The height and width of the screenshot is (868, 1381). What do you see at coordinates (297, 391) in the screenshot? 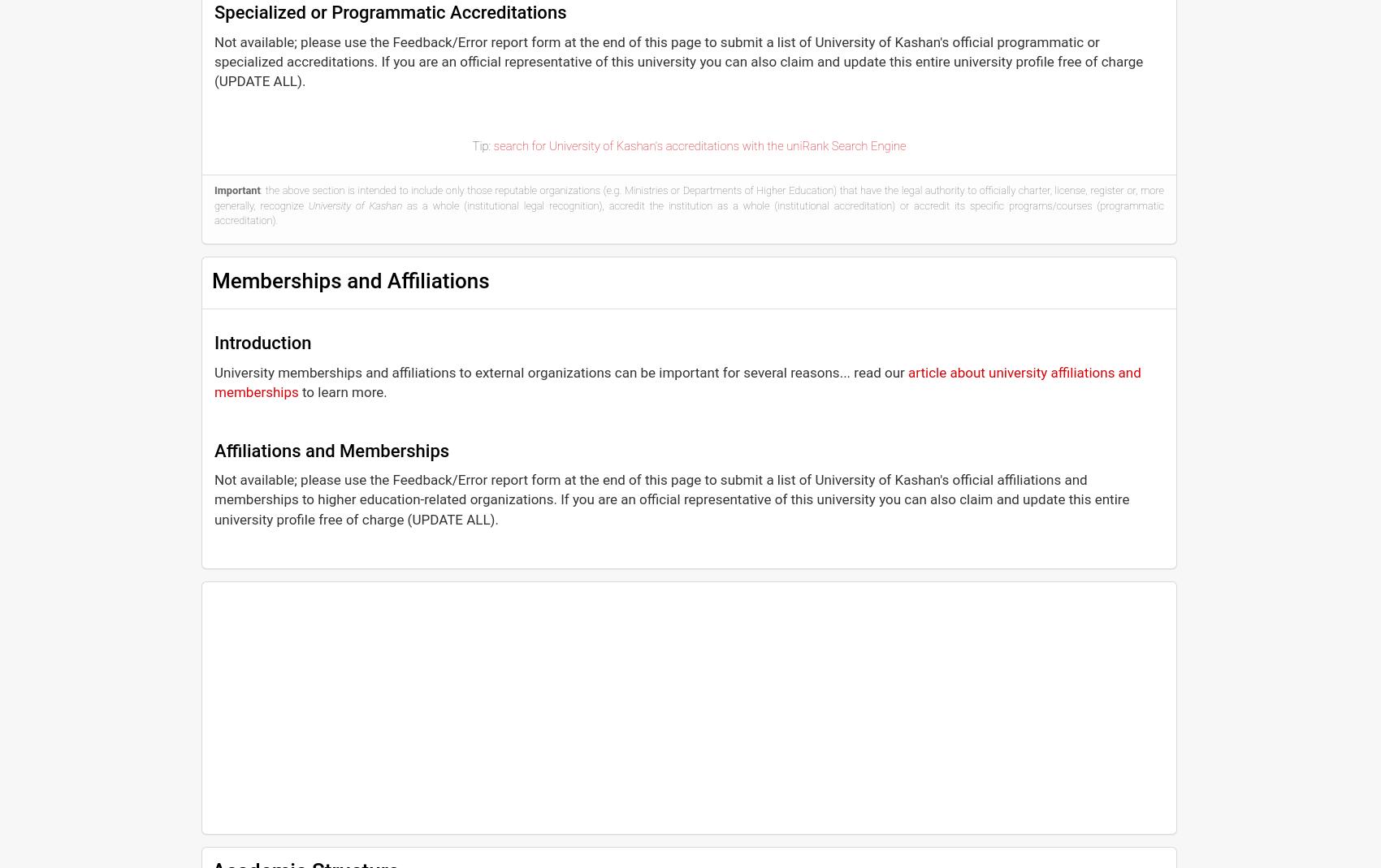
I see `'to learn more.'` at bounding box center [297, 391].